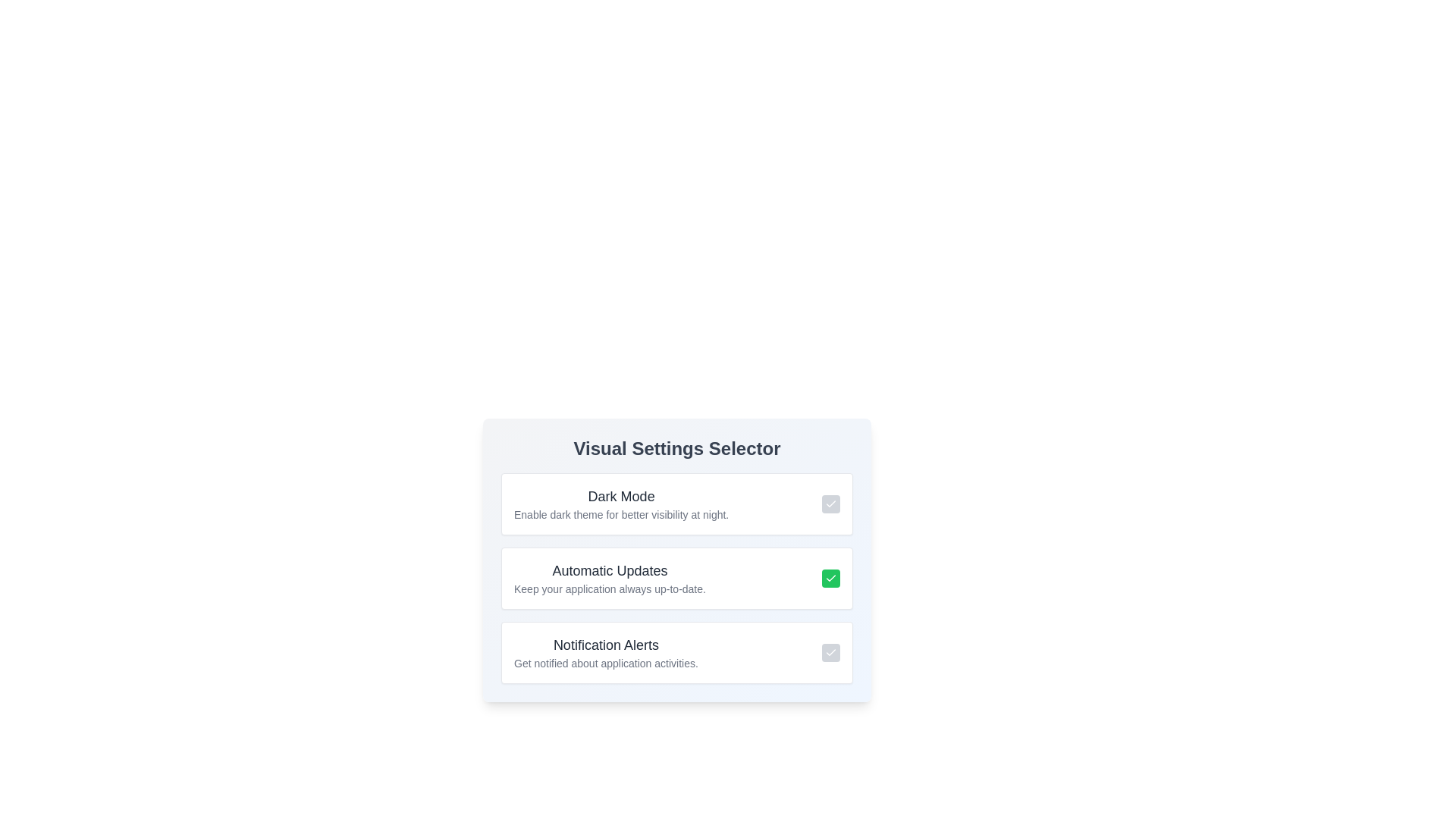 The height and width of the screenshot is (819, 1456). What do you see at coordinates (830, 651) in the screenshot?
I see `the toggle button for activating or deactivating the Notification Alerts feature, located on the far-right side of the Notification Alerts section` at bounding box center [830, 651].